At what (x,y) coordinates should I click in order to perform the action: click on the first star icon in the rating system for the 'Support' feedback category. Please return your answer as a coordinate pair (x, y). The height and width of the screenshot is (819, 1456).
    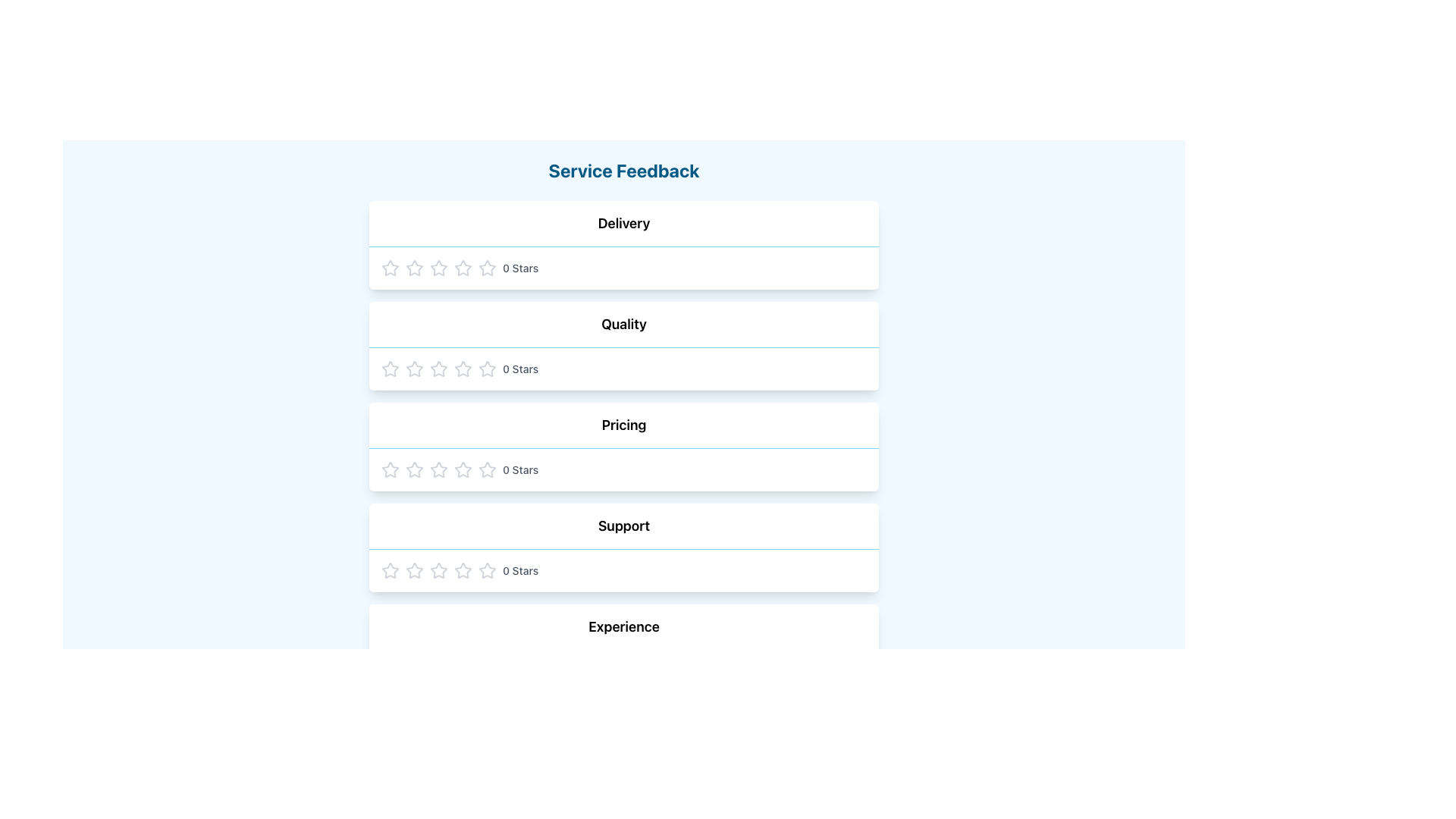
    Looking at the image, I should click on (390, 469).